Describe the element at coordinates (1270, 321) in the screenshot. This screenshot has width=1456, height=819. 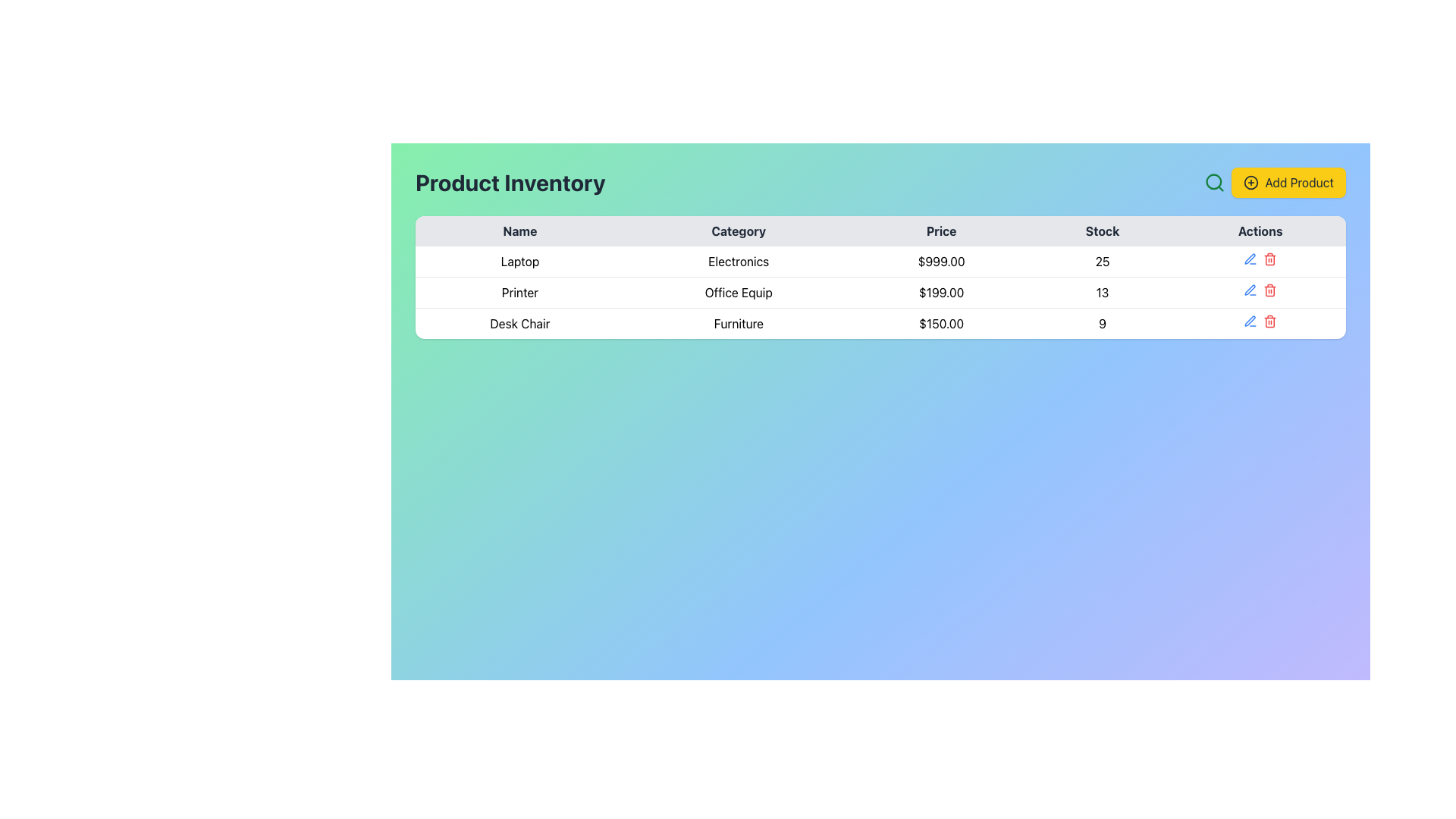
I see `the trash bin icon with red color in the 'Actions' column of the last row labeled 'Desk Chair' in the product table` at that location.